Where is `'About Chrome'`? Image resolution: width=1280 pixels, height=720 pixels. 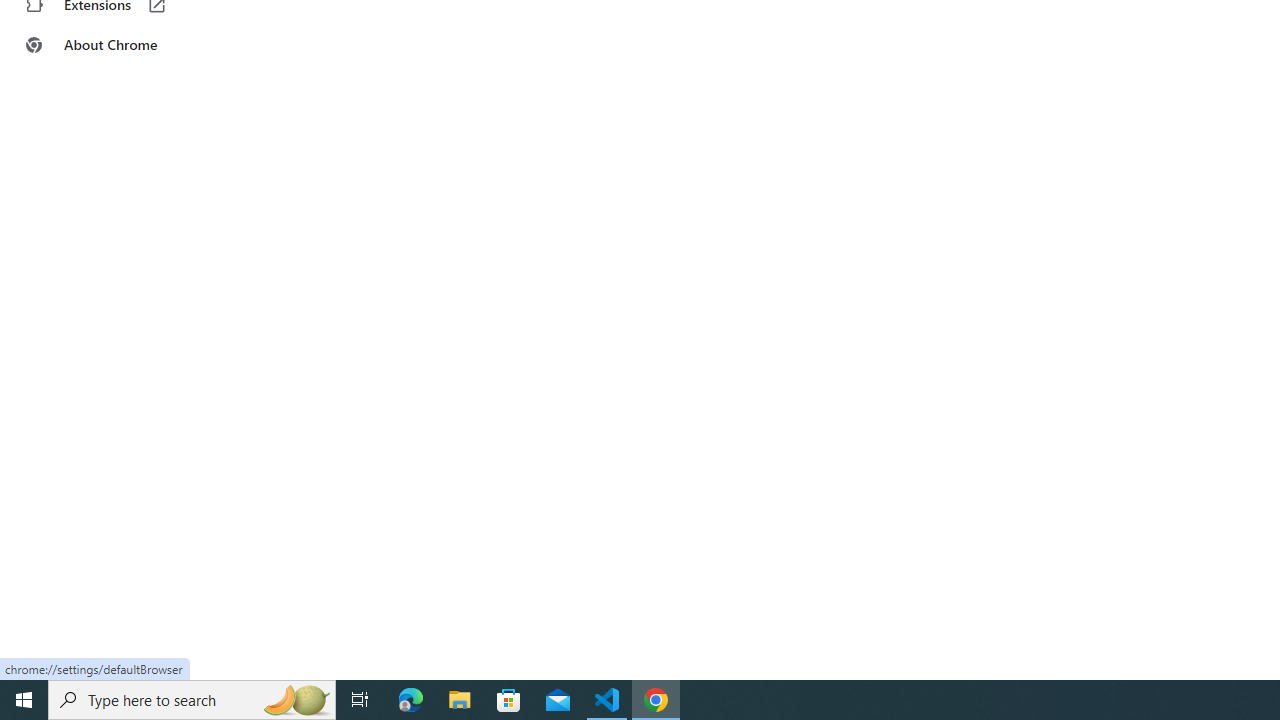
'About Chrome' is located at coordinates (123, 45).